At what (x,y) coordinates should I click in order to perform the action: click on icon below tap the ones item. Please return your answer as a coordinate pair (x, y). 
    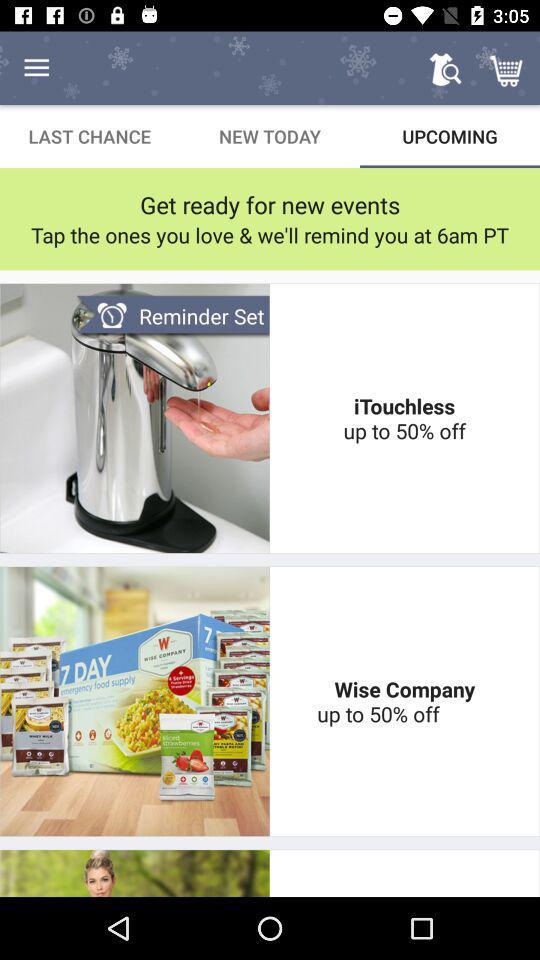
    Looking at the image, I should click on (172, 316).